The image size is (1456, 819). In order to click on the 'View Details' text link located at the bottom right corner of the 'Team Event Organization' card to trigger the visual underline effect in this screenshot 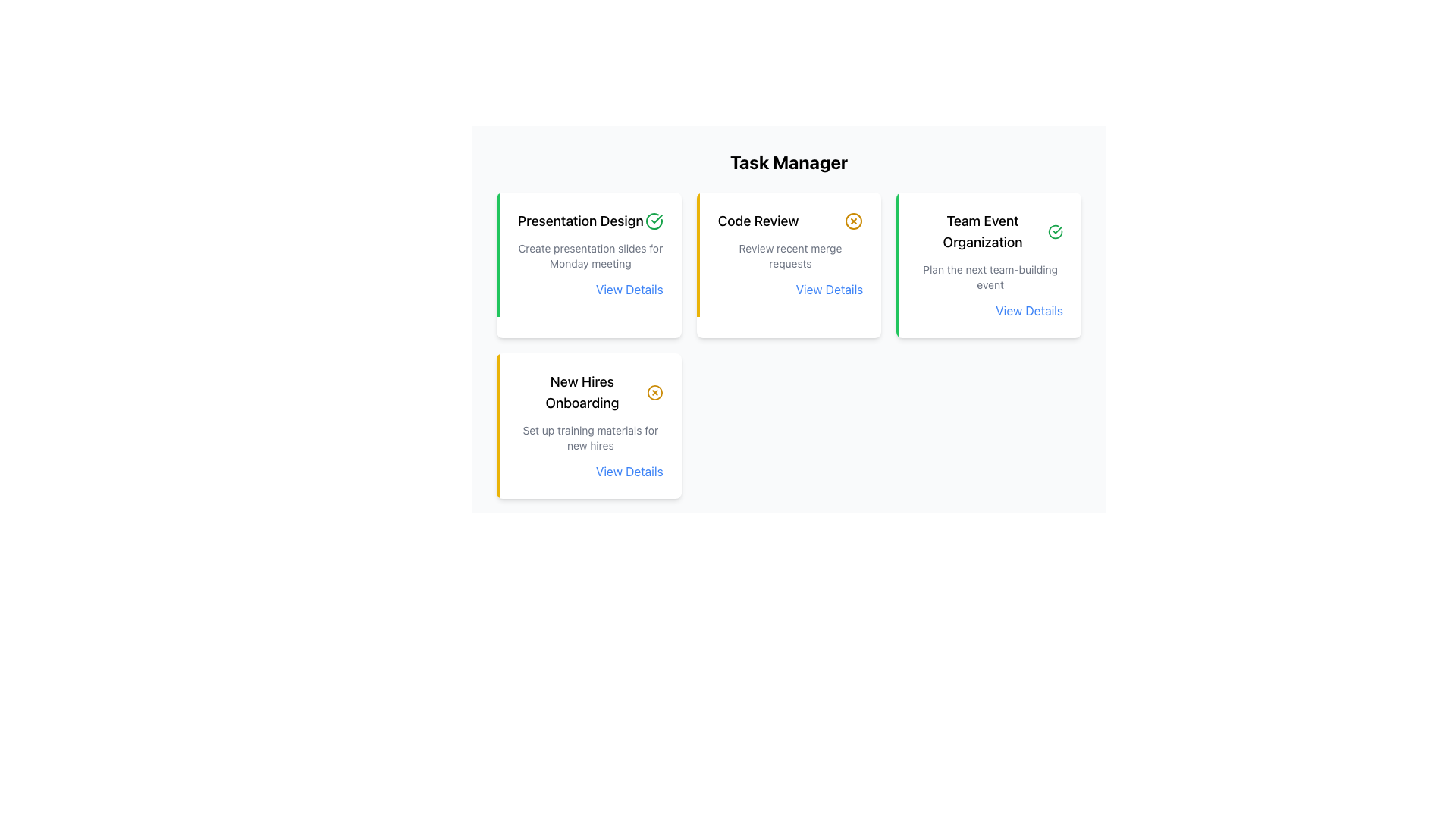, I will do `click(1029, 309)`.